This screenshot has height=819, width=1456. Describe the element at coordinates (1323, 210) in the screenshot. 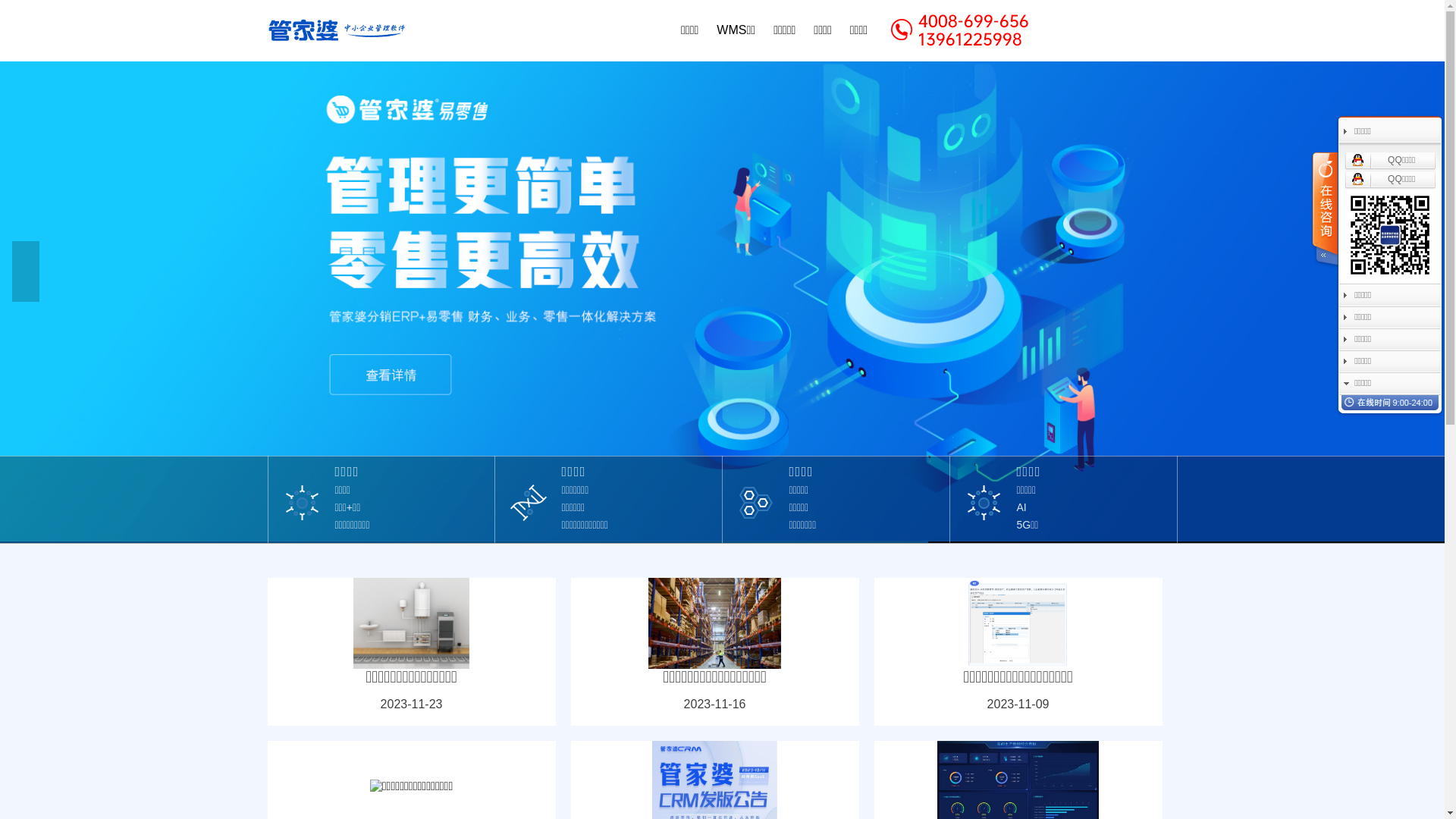

I see `' '` at that location.